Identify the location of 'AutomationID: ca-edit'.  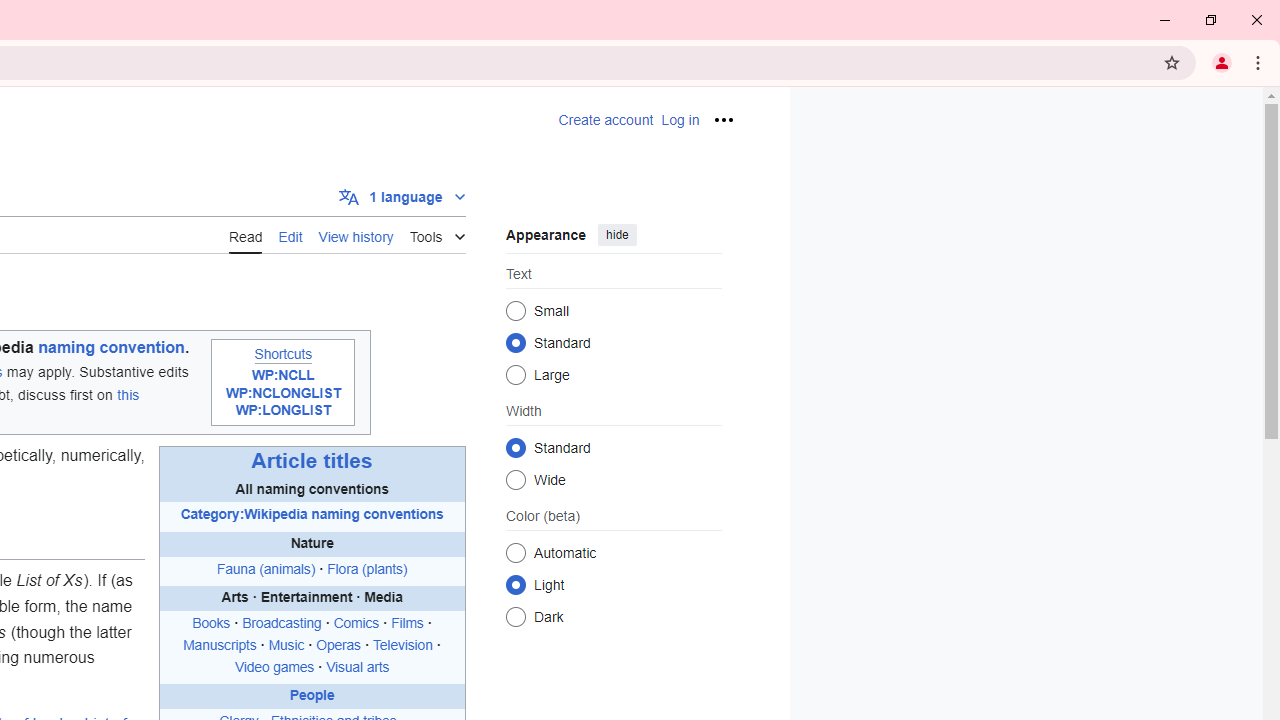
(289, 233).